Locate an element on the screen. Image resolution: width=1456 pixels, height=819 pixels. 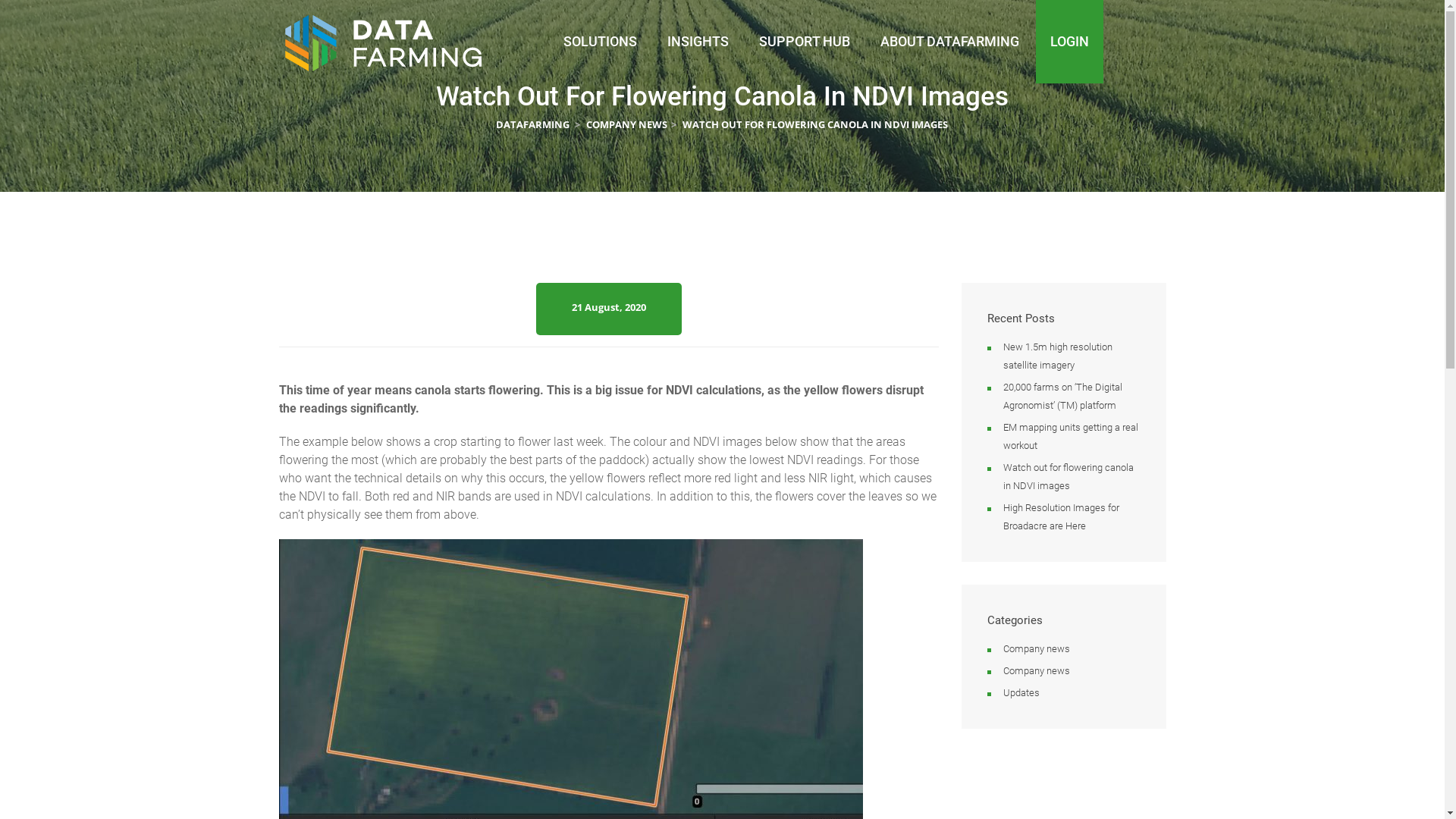
'COMPANY NEWS' is located at coordinates (626, 124).